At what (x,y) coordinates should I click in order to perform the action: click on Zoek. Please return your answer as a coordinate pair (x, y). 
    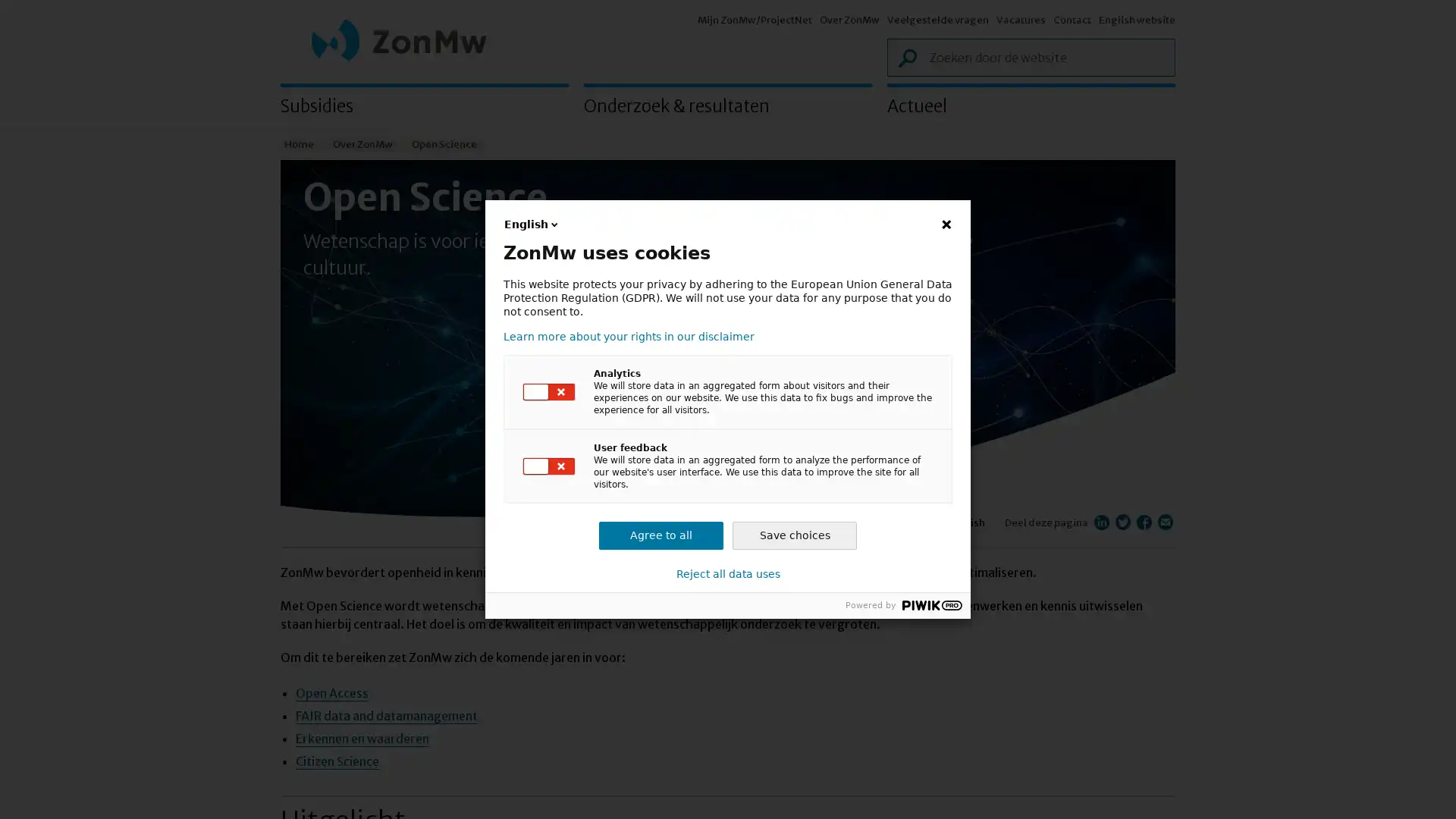
    Looking at the image, I should click on (1165, 57).